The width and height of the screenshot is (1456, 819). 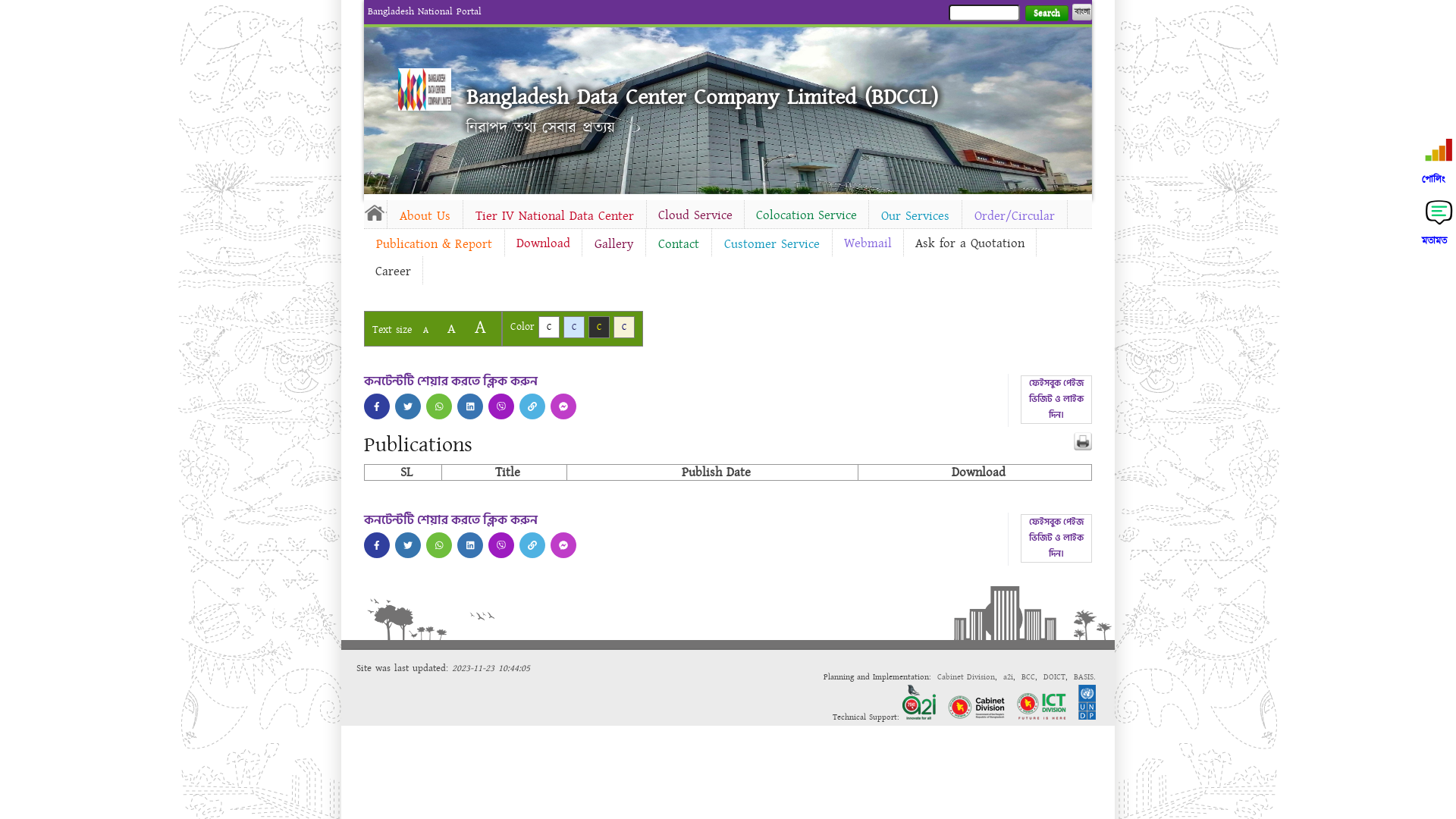 I want to click on 'Tier IV National Data Center', so click(x=554, y=216).